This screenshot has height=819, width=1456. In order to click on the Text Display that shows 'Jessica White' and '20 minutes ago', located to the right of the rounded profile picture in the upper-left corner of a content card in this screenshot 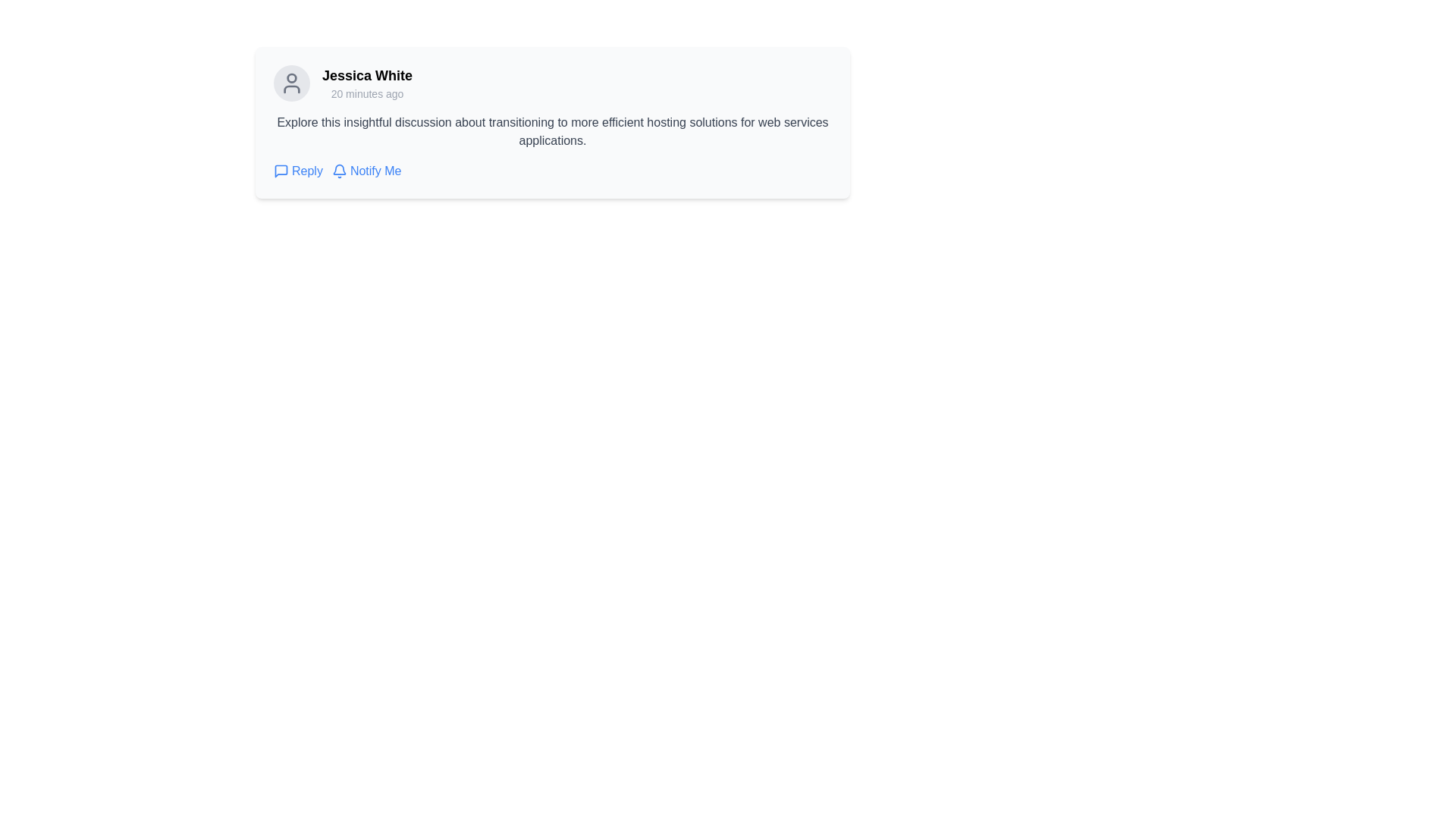, I will do `click(367, 83)`.